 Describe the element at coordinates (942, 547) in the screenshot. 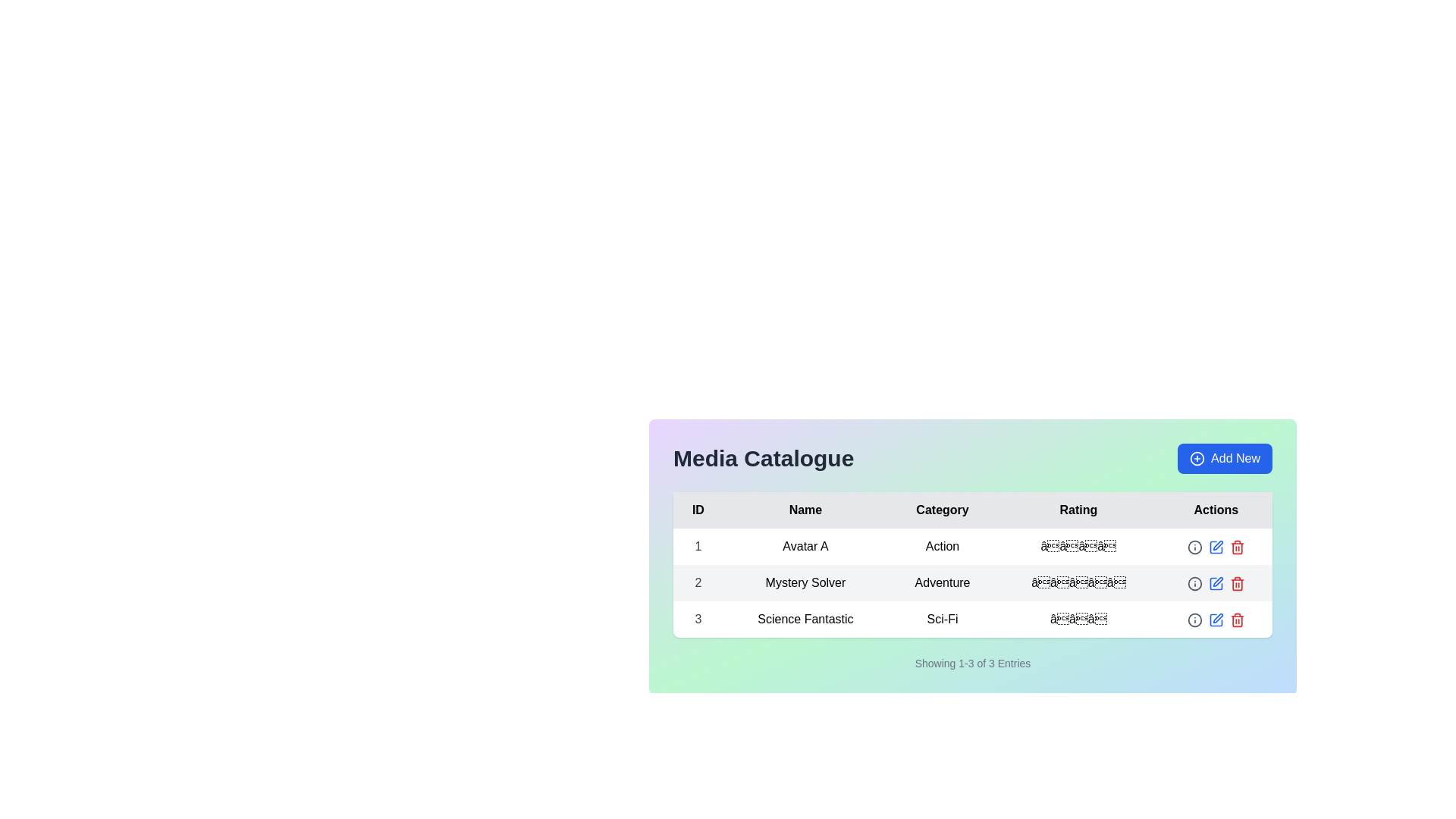

I see `the non-interactive text label displaying 'Action' for the item 'Avatar A' in the 'Category' column of the table` at that location.